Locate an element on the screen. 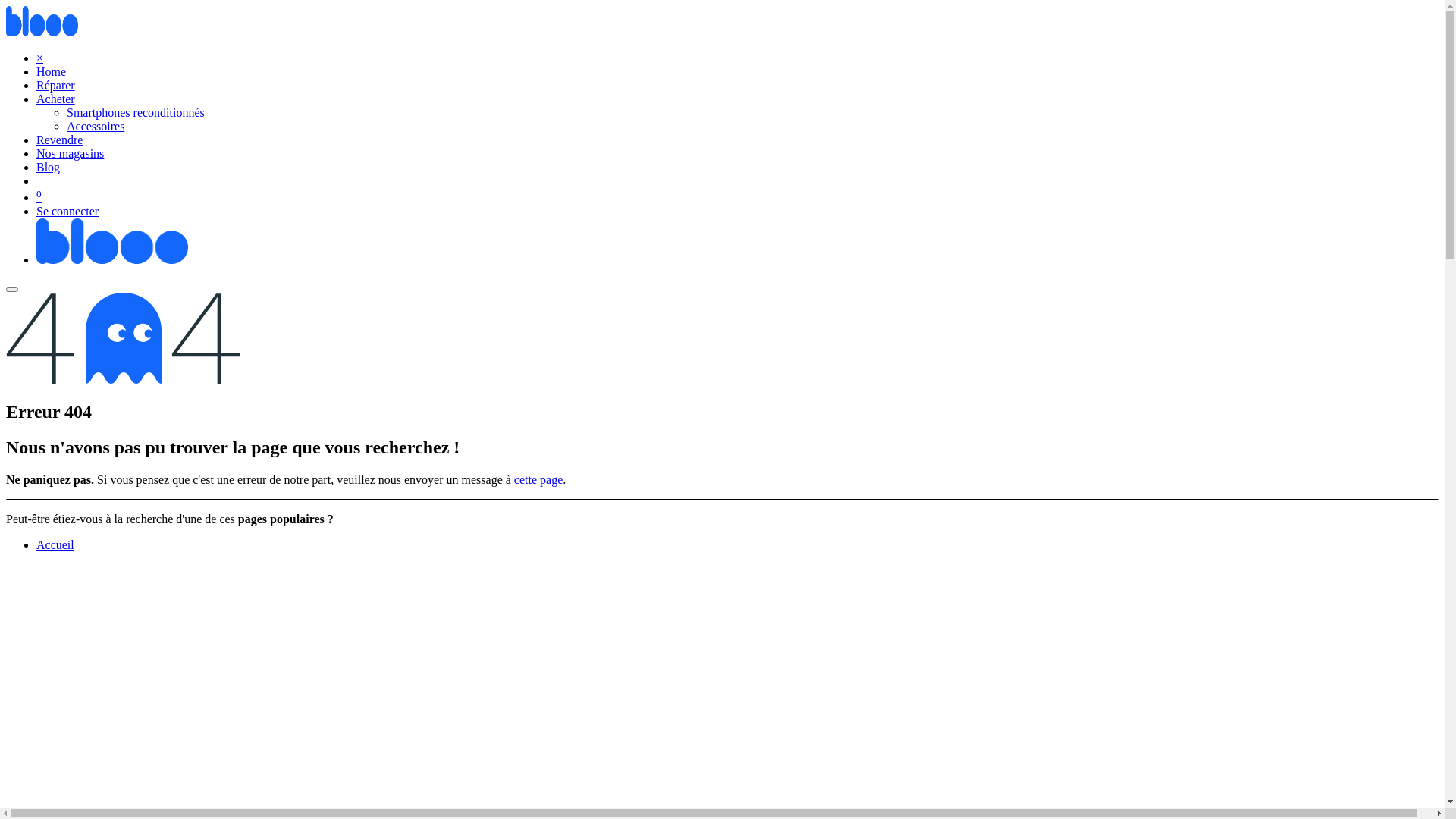 The image size is (1456, 819). 'My Website' is located at coordinates (42, 32).